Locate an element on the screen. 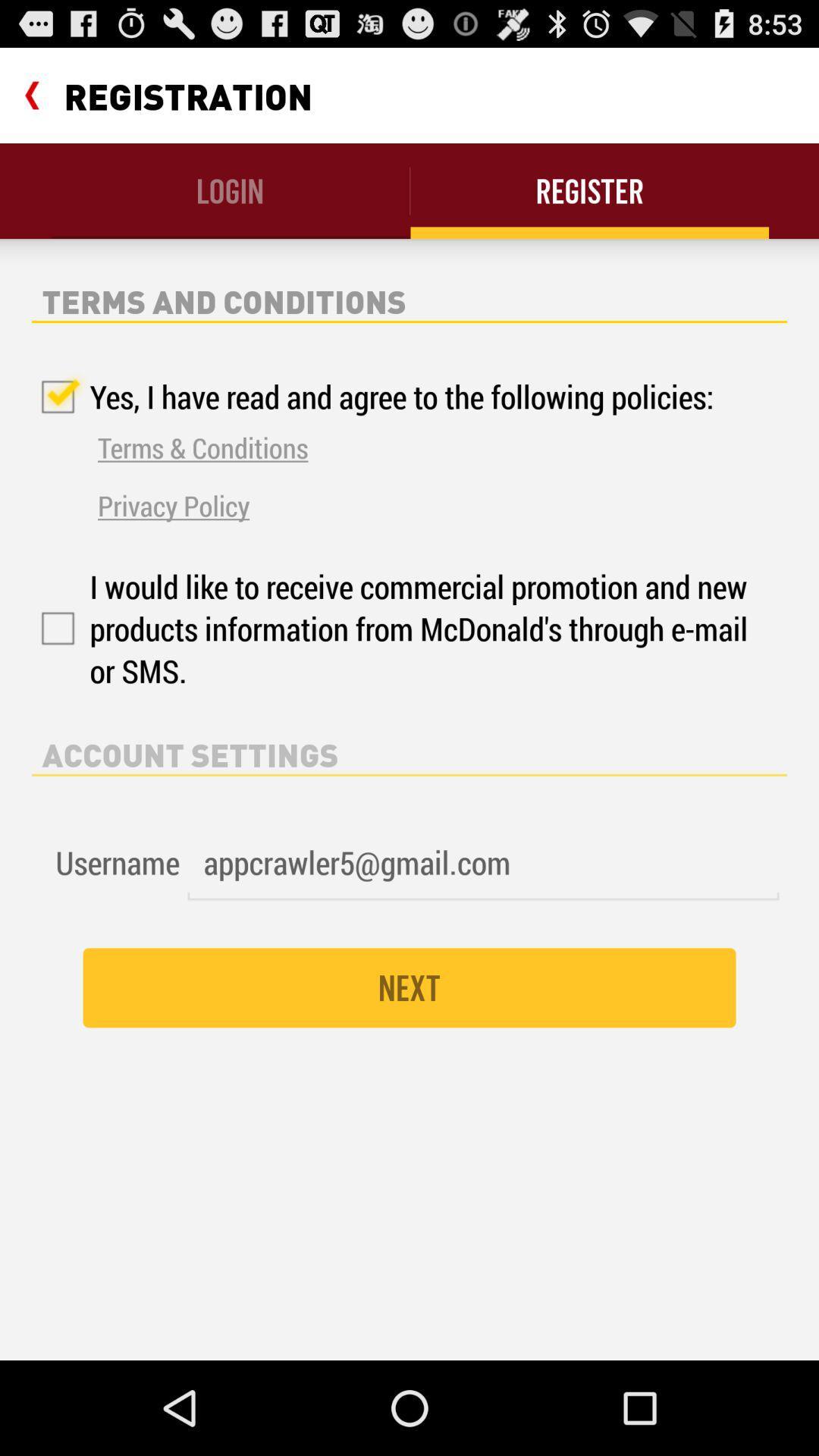 The width and height of the screenshot is (819, 1456). appcrawler5@gmail.com item is located at coordinates (483, 863).